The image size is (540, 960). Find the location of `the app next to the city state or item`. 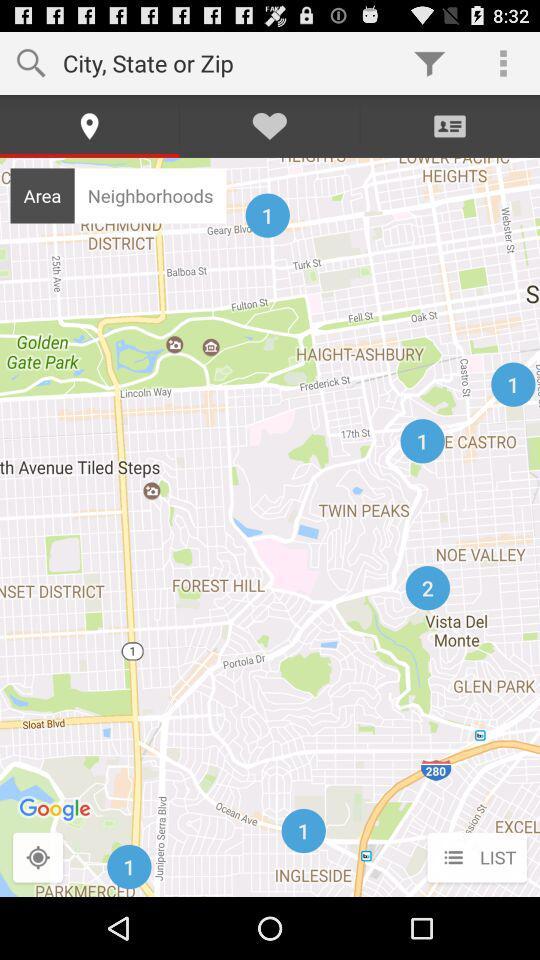

the app next to the city state or item is located at coordinates (428, 62).